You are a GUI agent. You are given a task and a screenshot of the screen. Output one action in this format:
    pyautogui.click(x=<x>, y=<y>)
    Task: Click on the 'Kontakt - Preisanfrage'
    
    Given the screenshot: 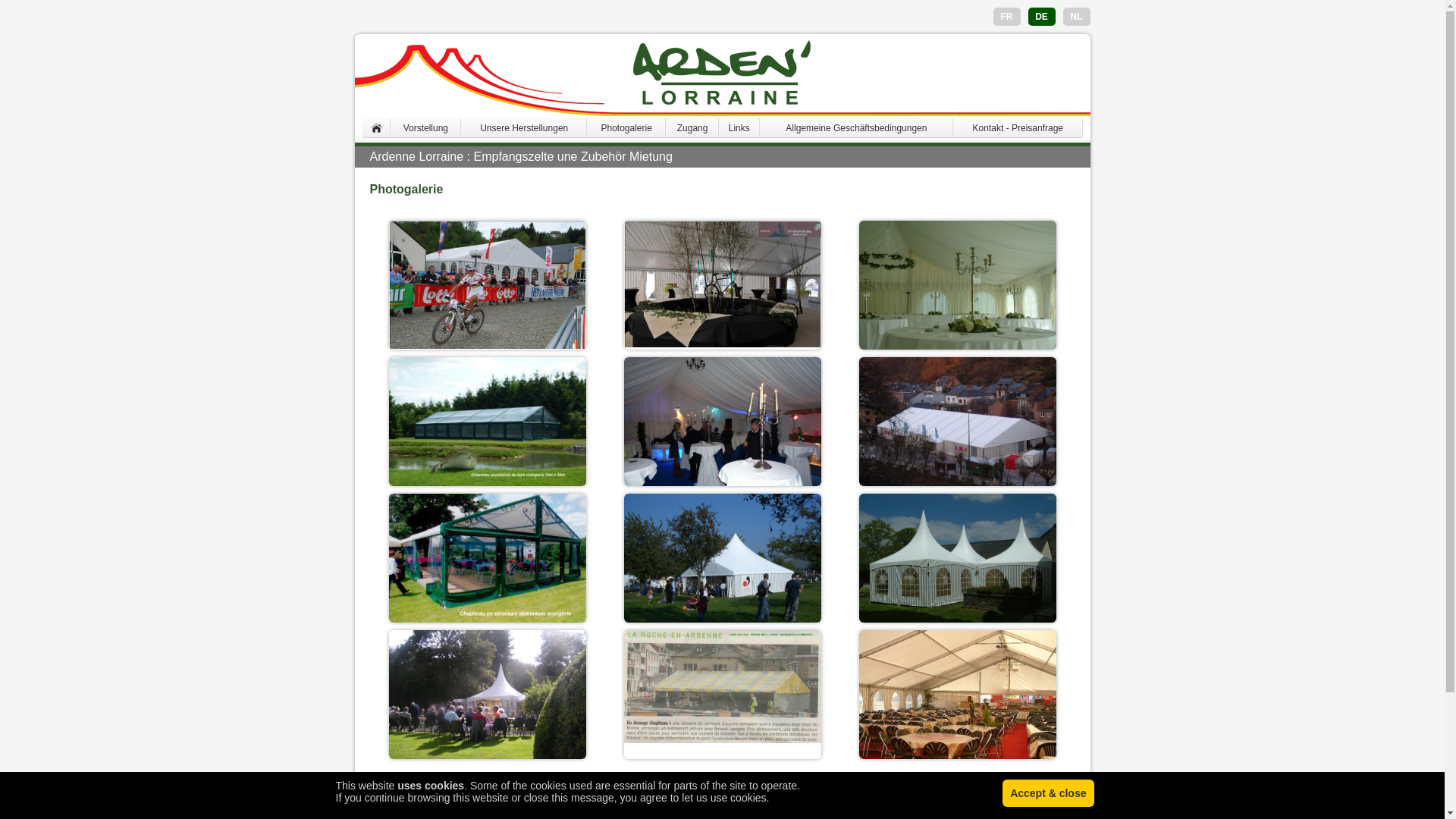 What is the action you would take?
    pyautogui.click(x=1018, y=127)
    